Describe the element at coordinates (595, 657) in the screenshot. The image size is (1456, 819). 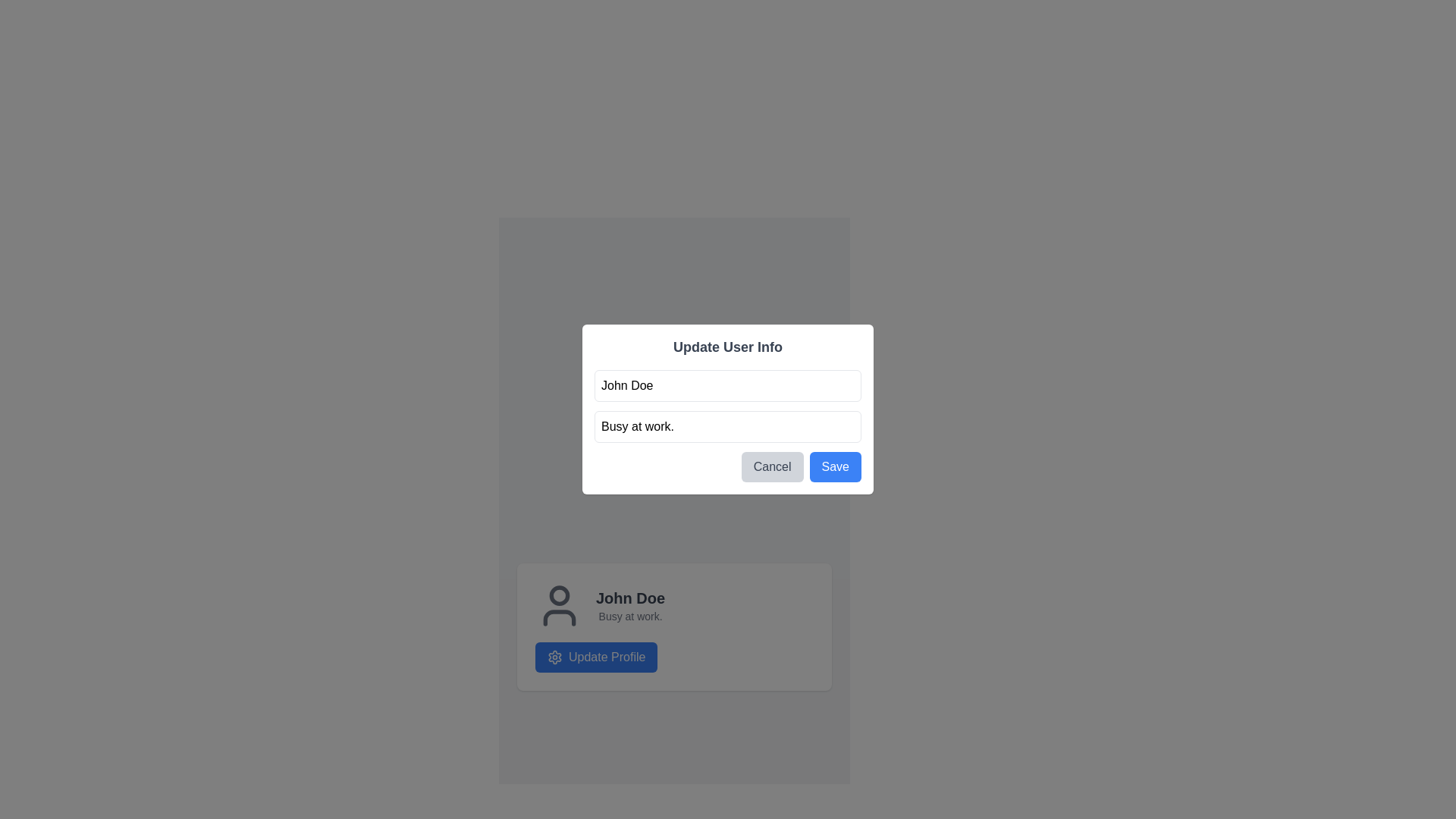
I see `the profile update button located at the bottom of the user information card, below the text 'Busy at work.' and to the right of the avatar representation` at that location.